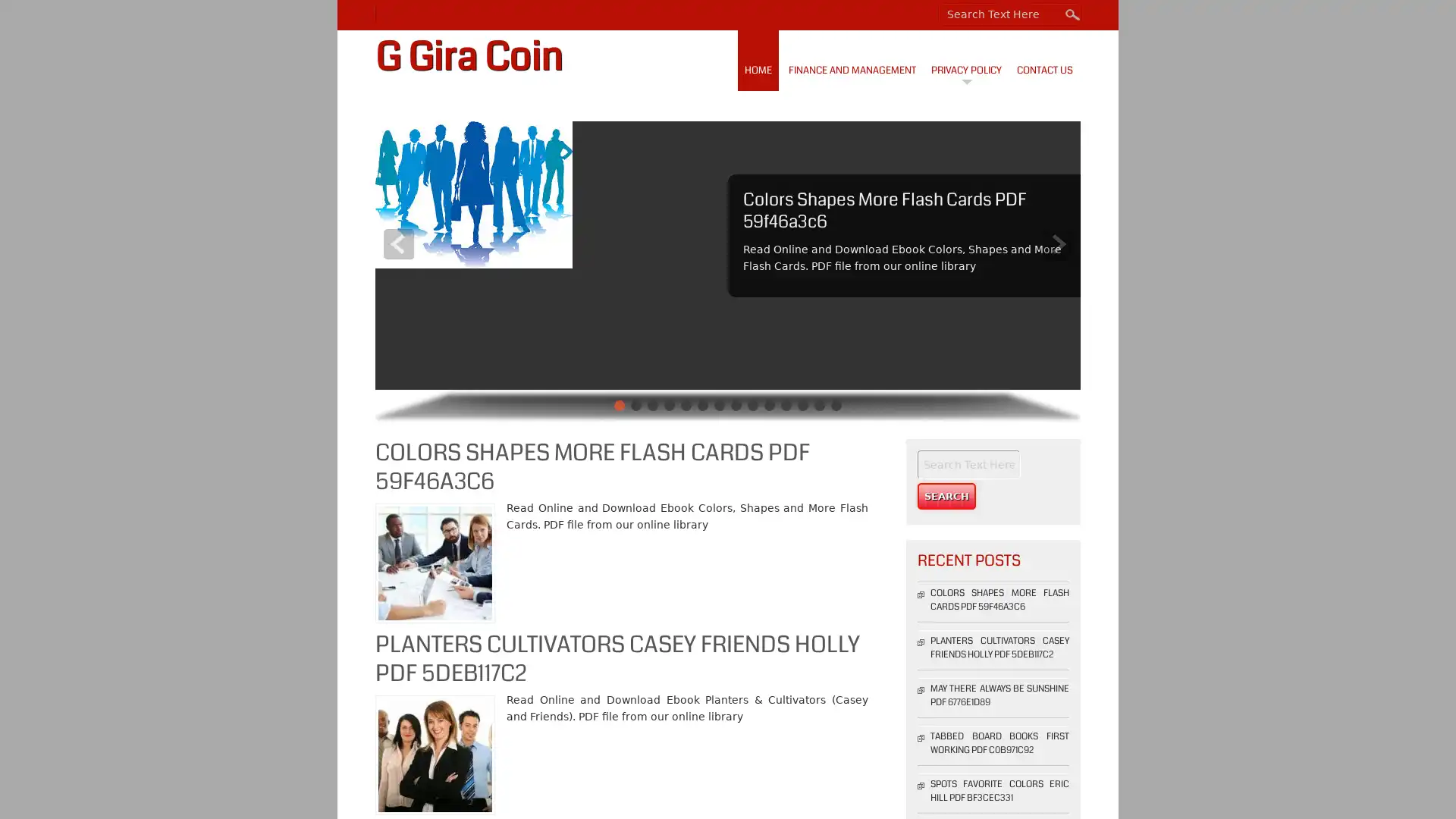  I want to click on Search, so click(946, 496).